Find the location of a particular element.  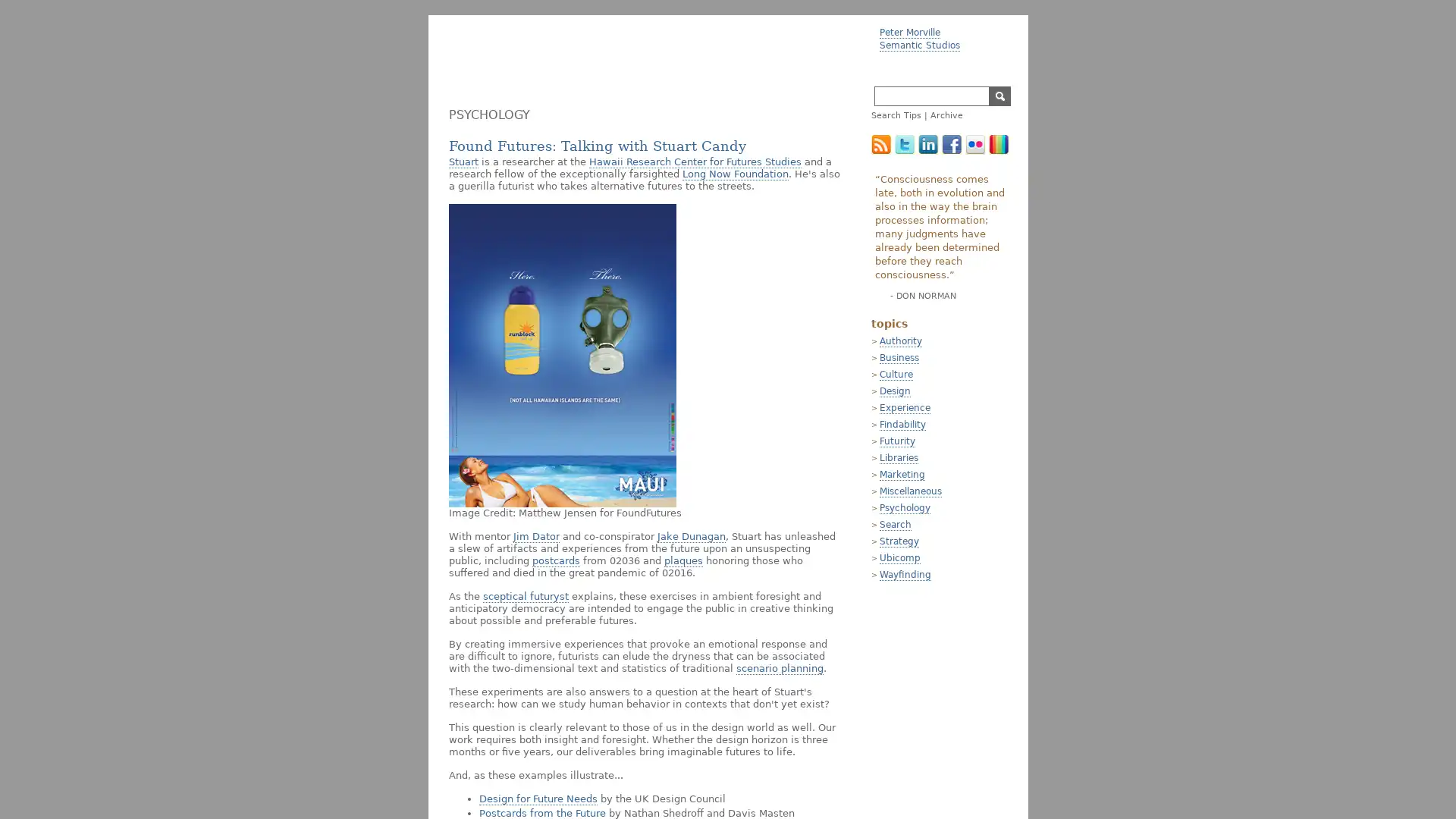

SUBMIT is located at coordinates (999, 96).